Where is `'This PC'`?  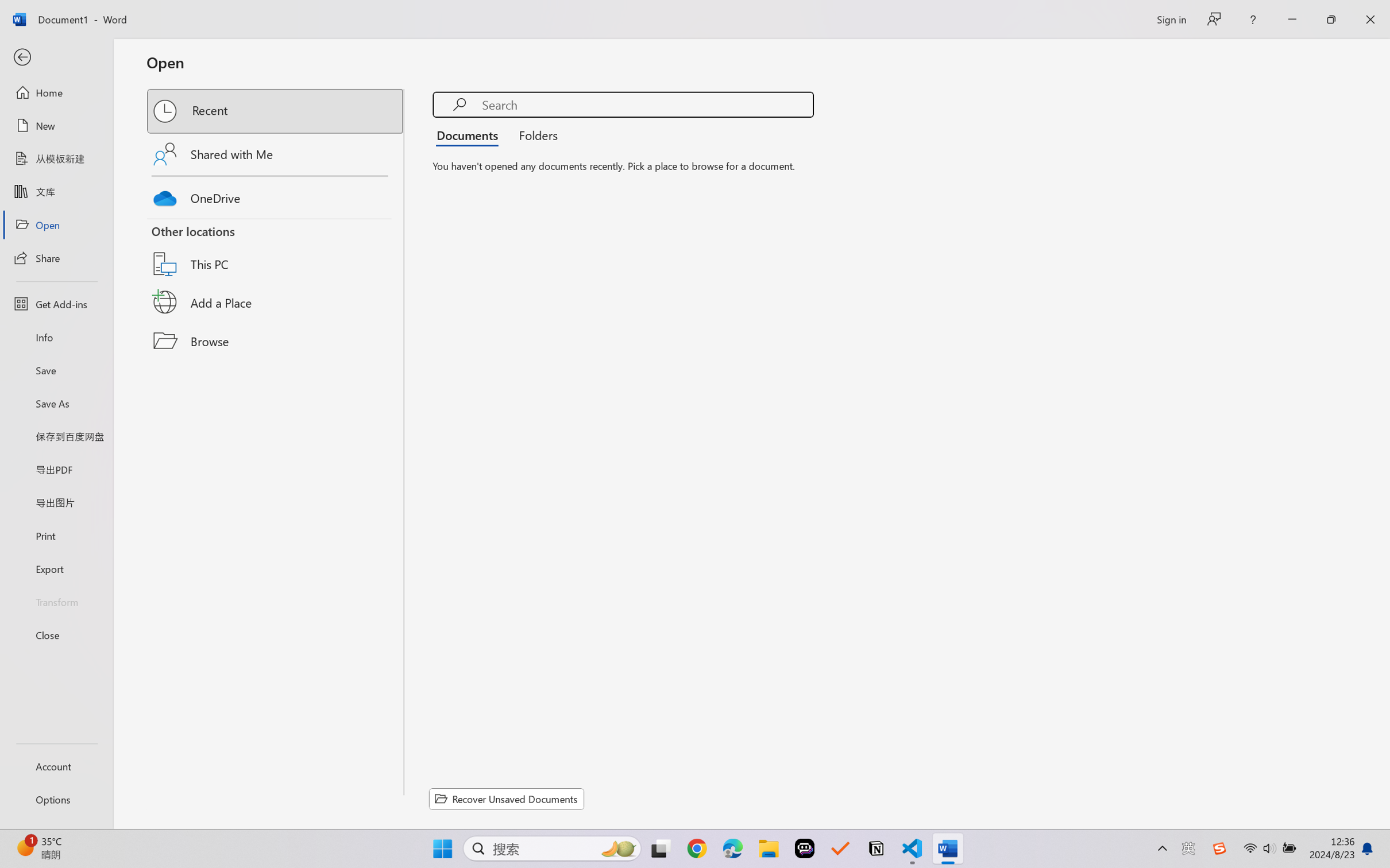 'This PC' is located at coordinates (276, 250).